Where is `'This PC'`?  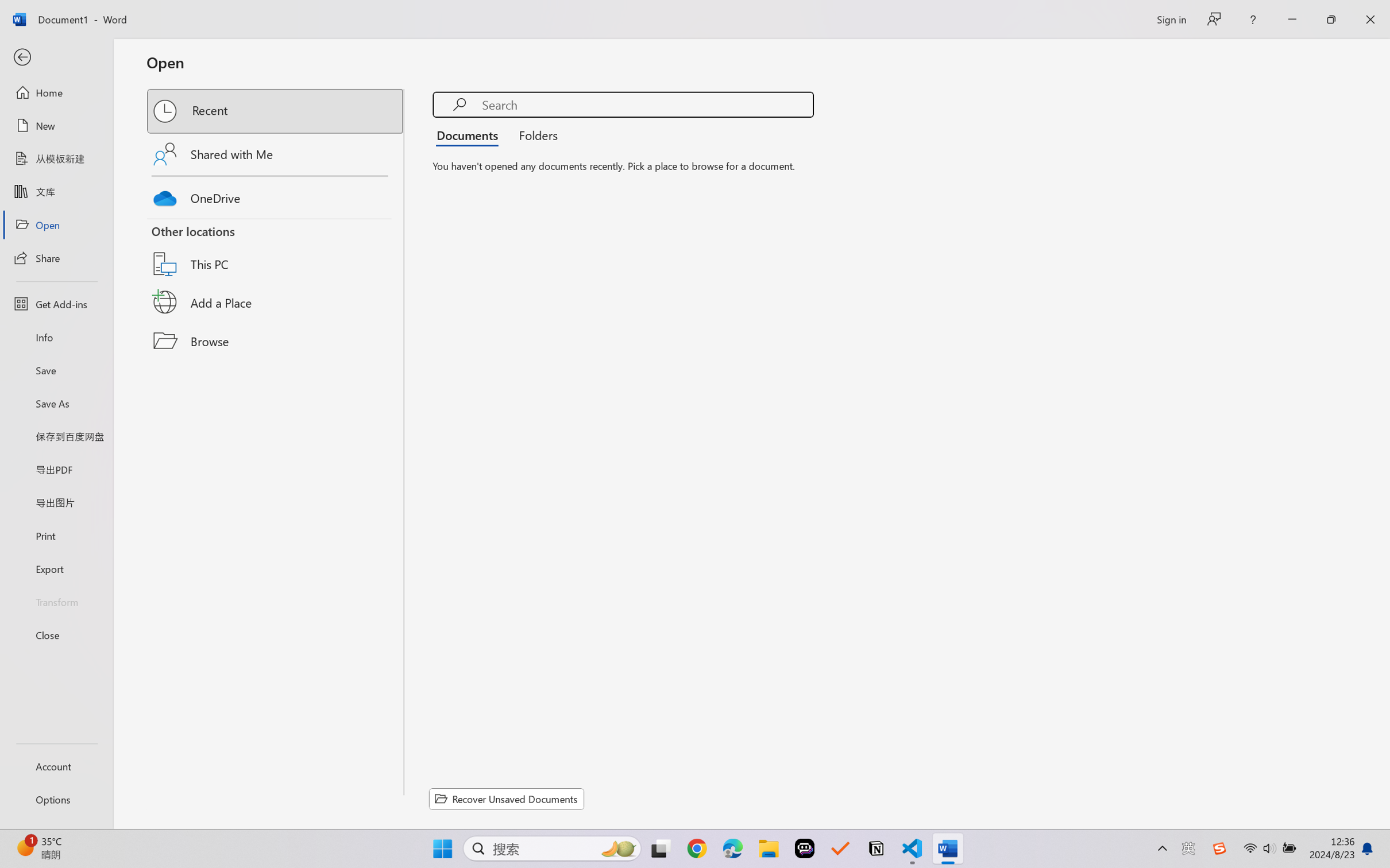 'This PC' is located at coordinates (276, 250).